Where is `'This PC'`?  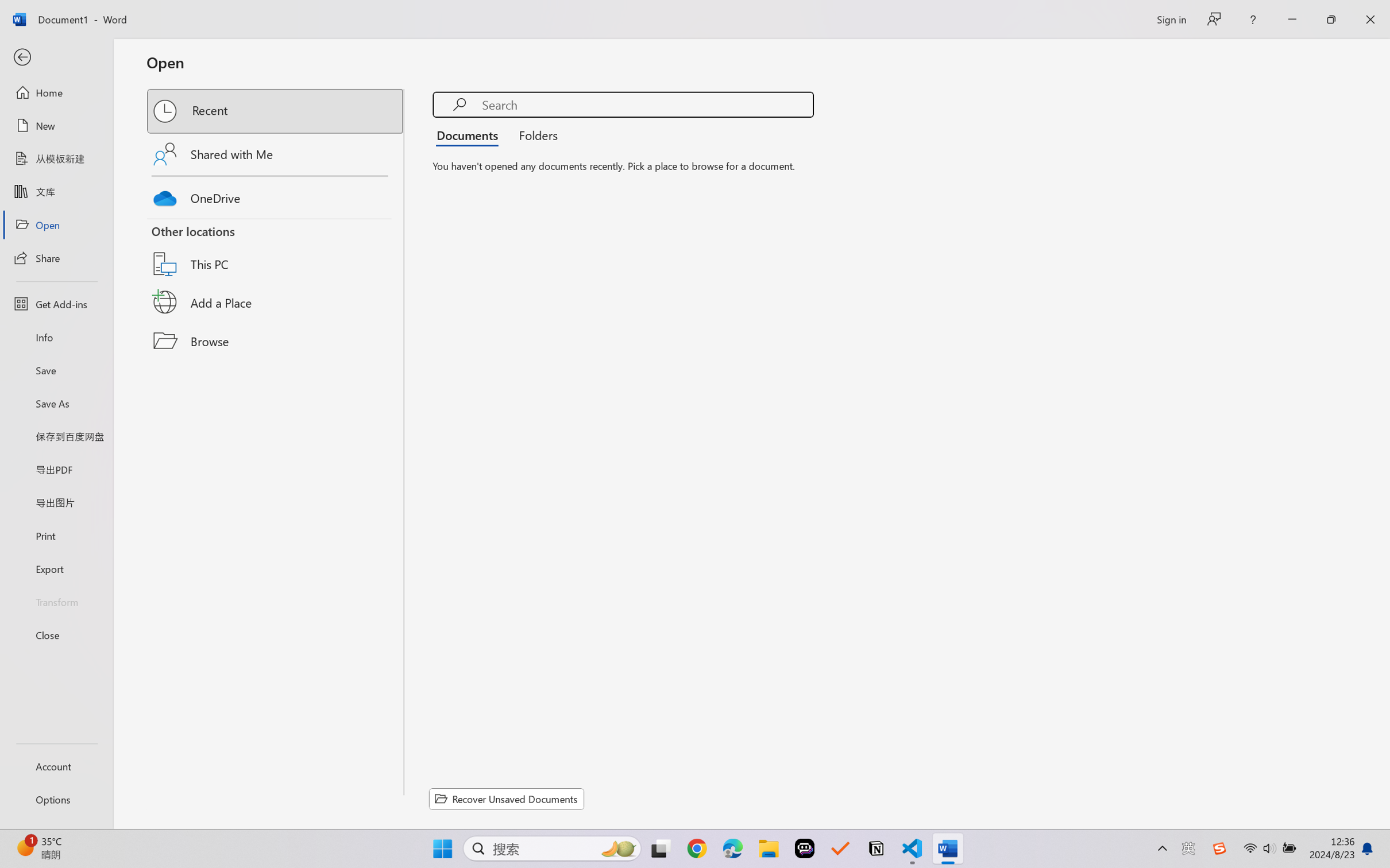 'This PC' is located at coordinates (276, 250).